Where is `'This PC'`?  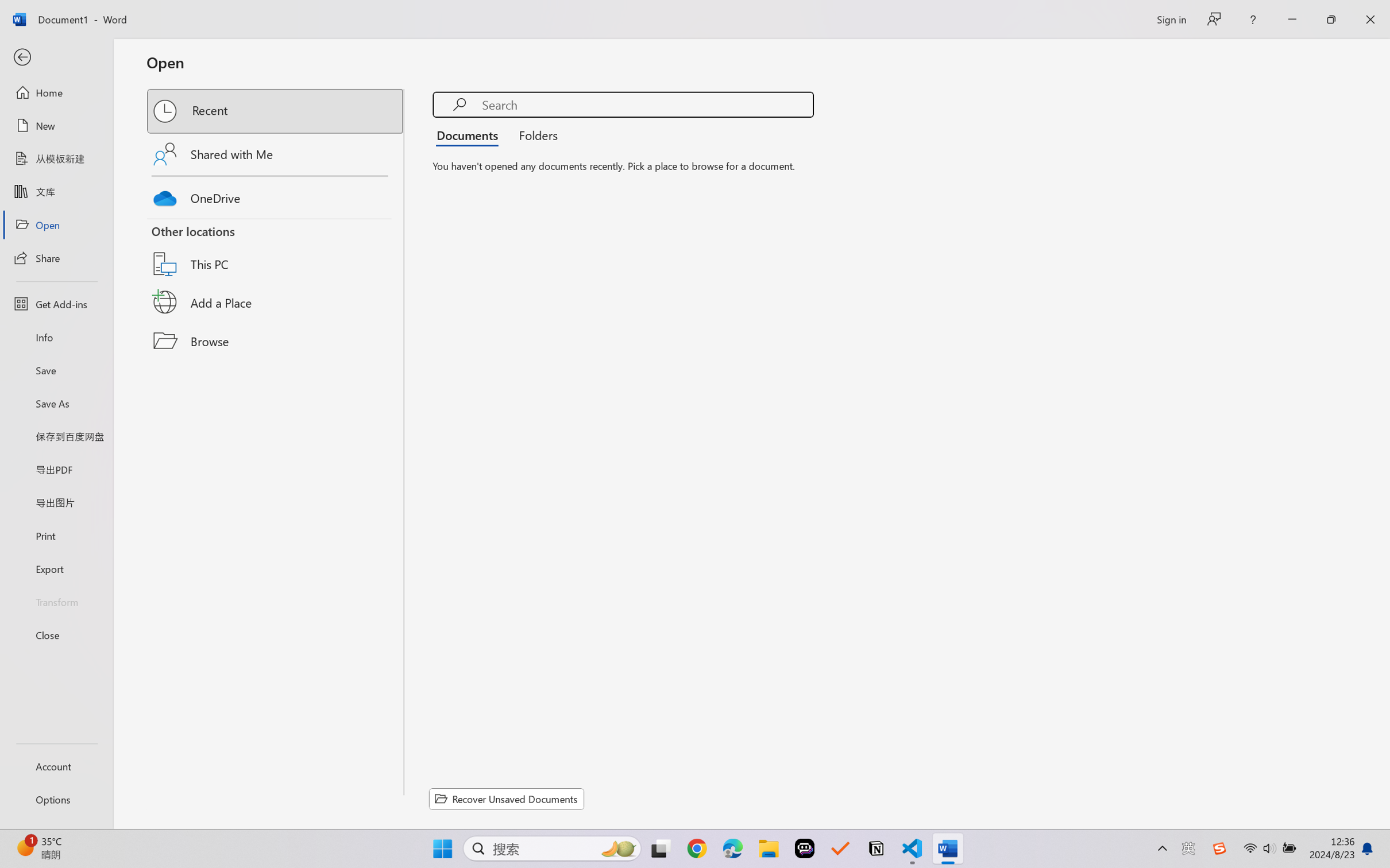 'This PC' is located at coordinates (276, 250).